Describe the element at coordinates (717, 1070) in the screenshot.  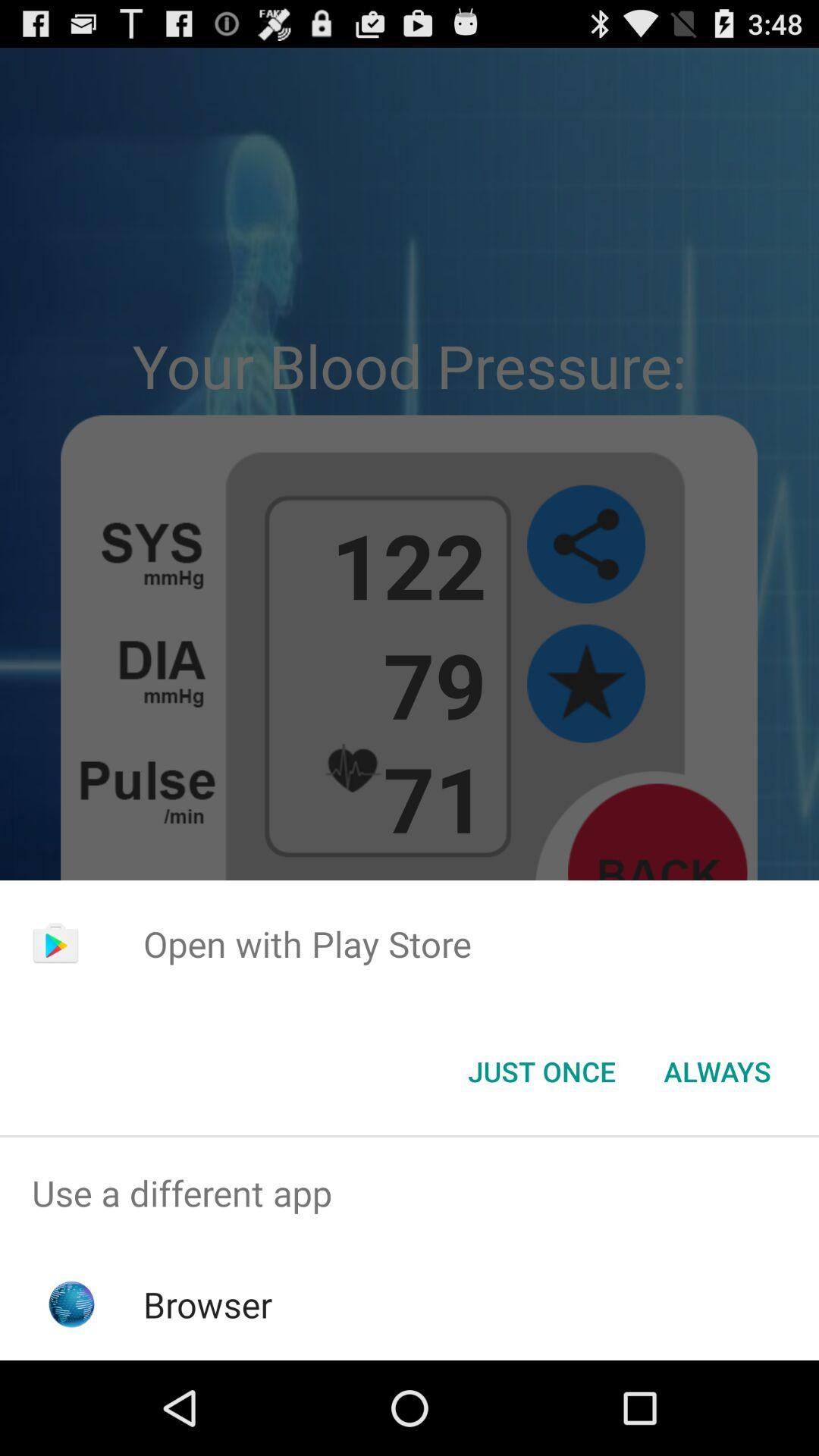
I see `the always` at that location.